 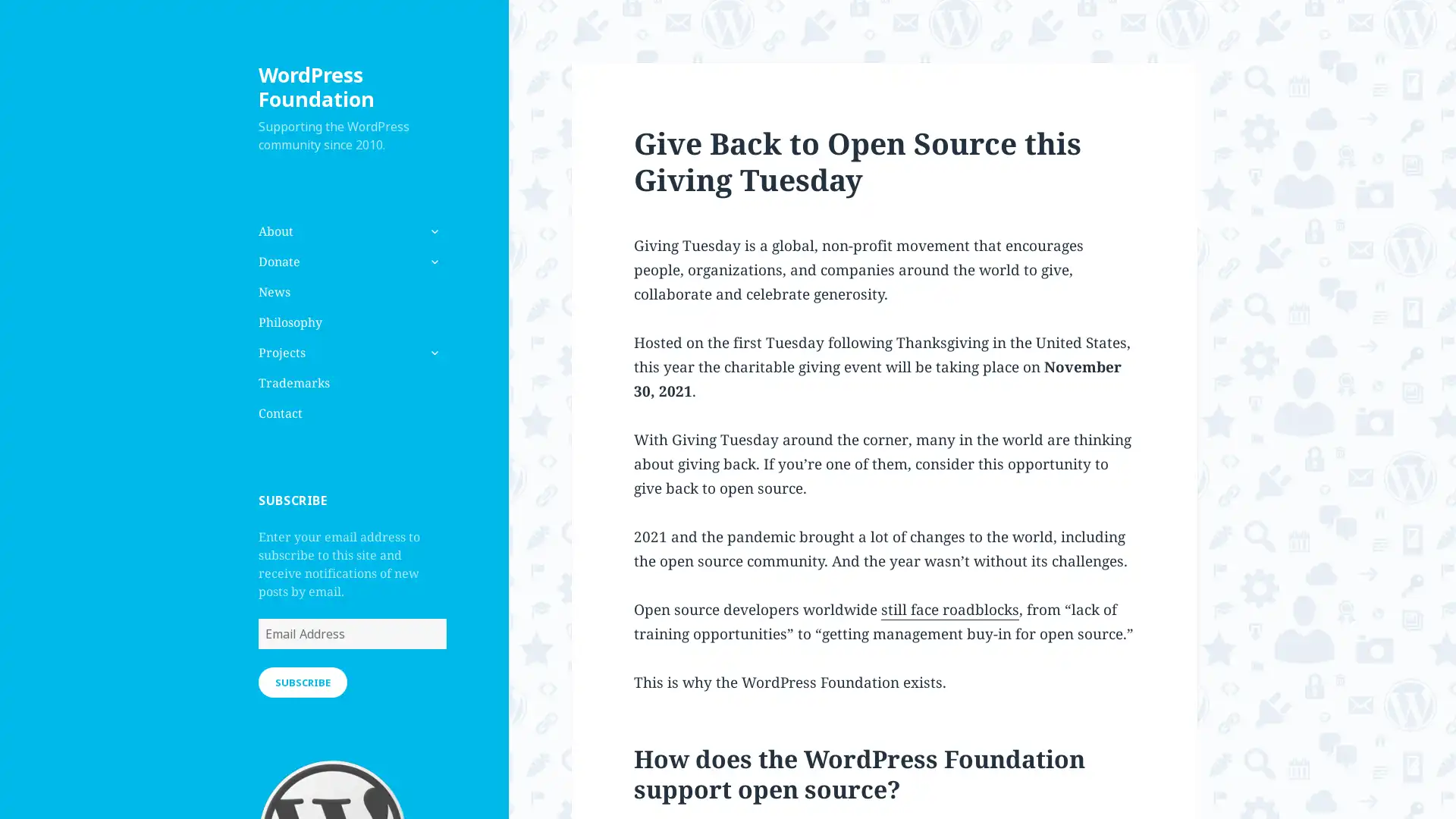 I want to click on SUBSCRIBE, so click(x=302, y=680).